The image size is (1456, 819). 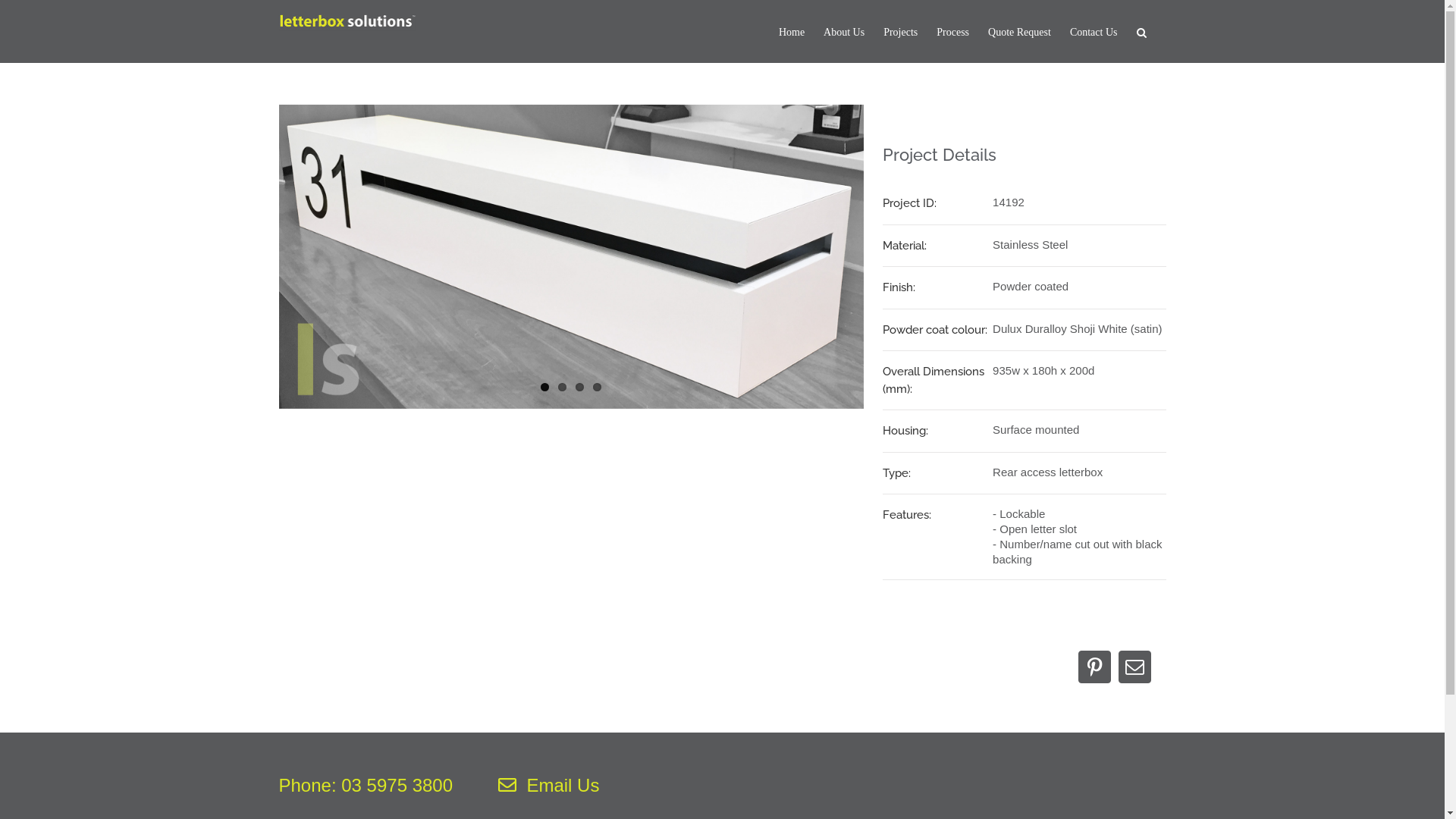 I want to click on 'Contact Us', so click(x=1094, y=31).